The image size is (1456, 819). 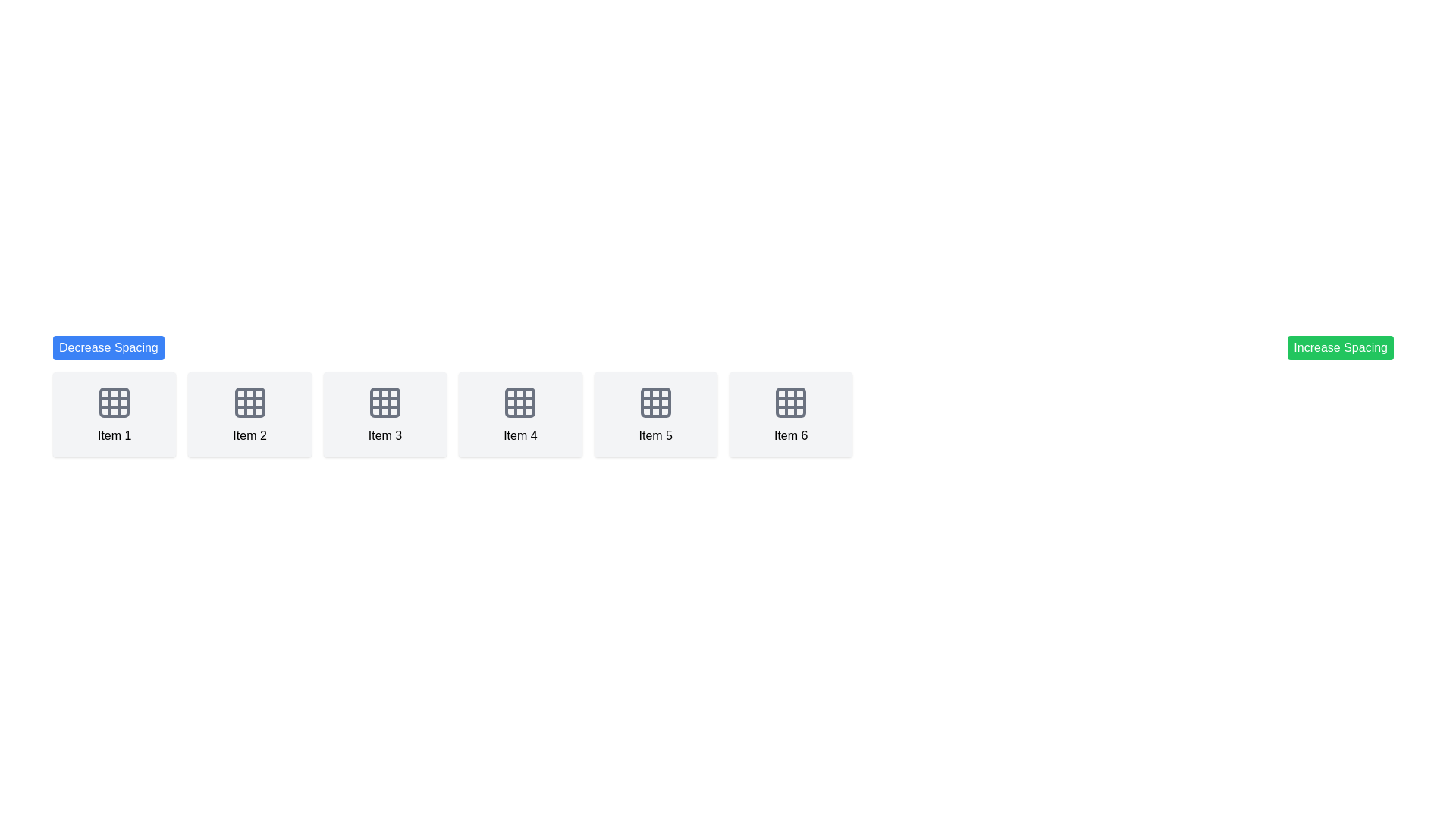 I want to click on the small rounded rectangular interactive component in the grid icon layout associated with 'Item 6', so click(x=790, y=402).